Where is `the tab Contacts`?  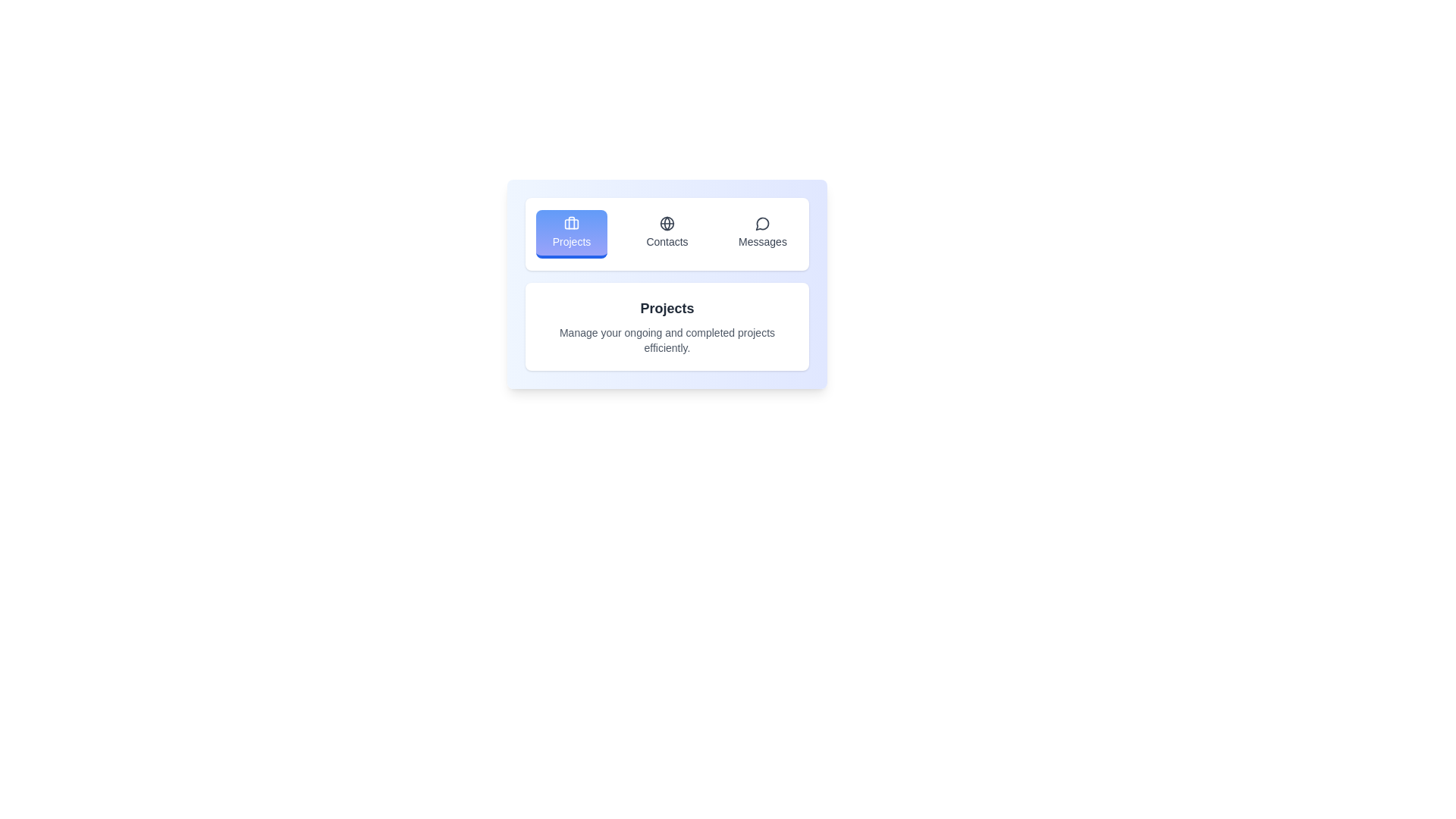
the tab Contacts is located at coordinates (667, 234).